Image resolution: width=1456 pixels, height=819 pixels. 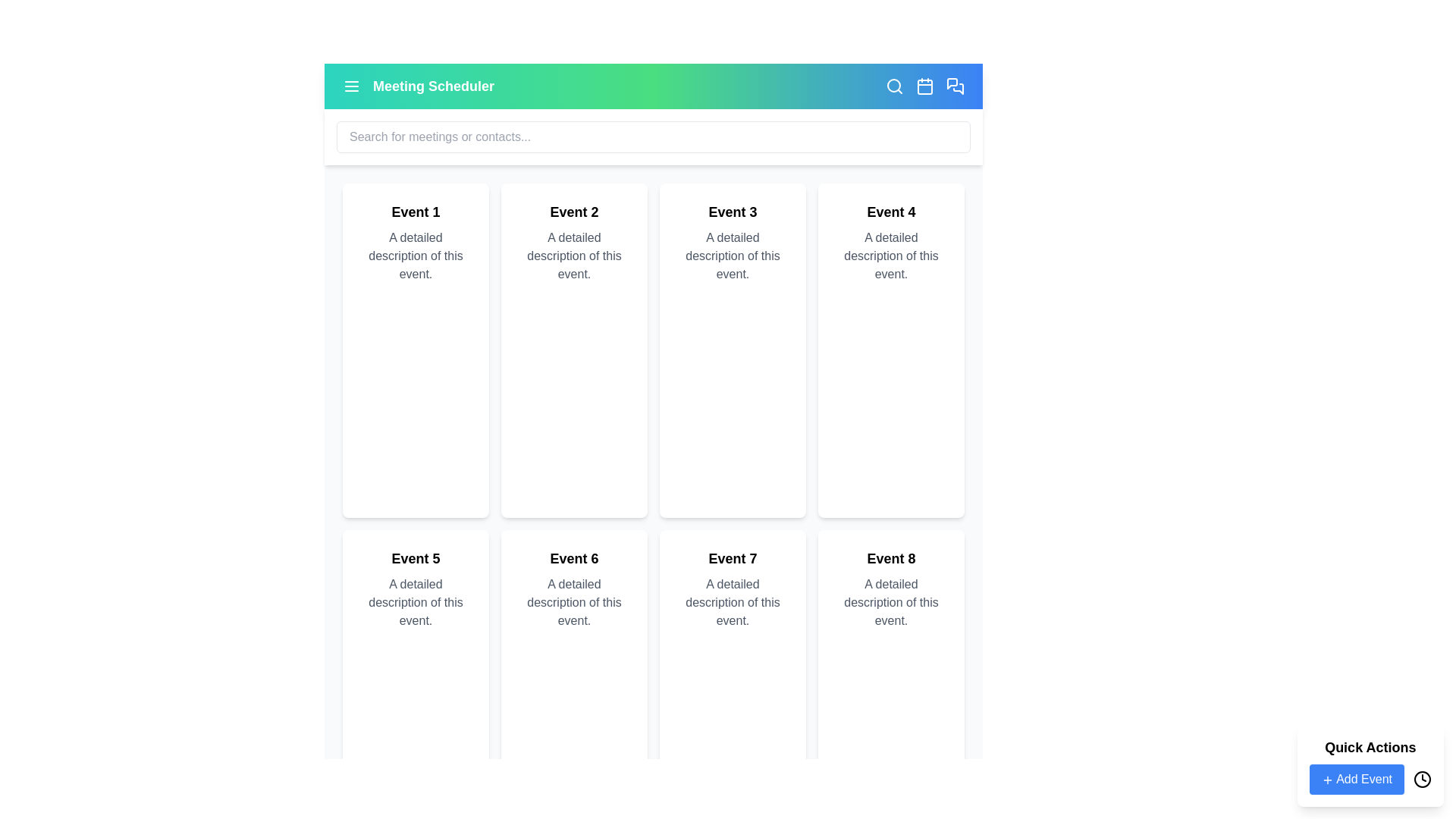 What do you see at coordinates (891, 212) in the screenshot?
I see `the text label that serves as the title of the event, located in the first row, fourth column of the grid layout, above the description text` at bounding box center [891, 212].